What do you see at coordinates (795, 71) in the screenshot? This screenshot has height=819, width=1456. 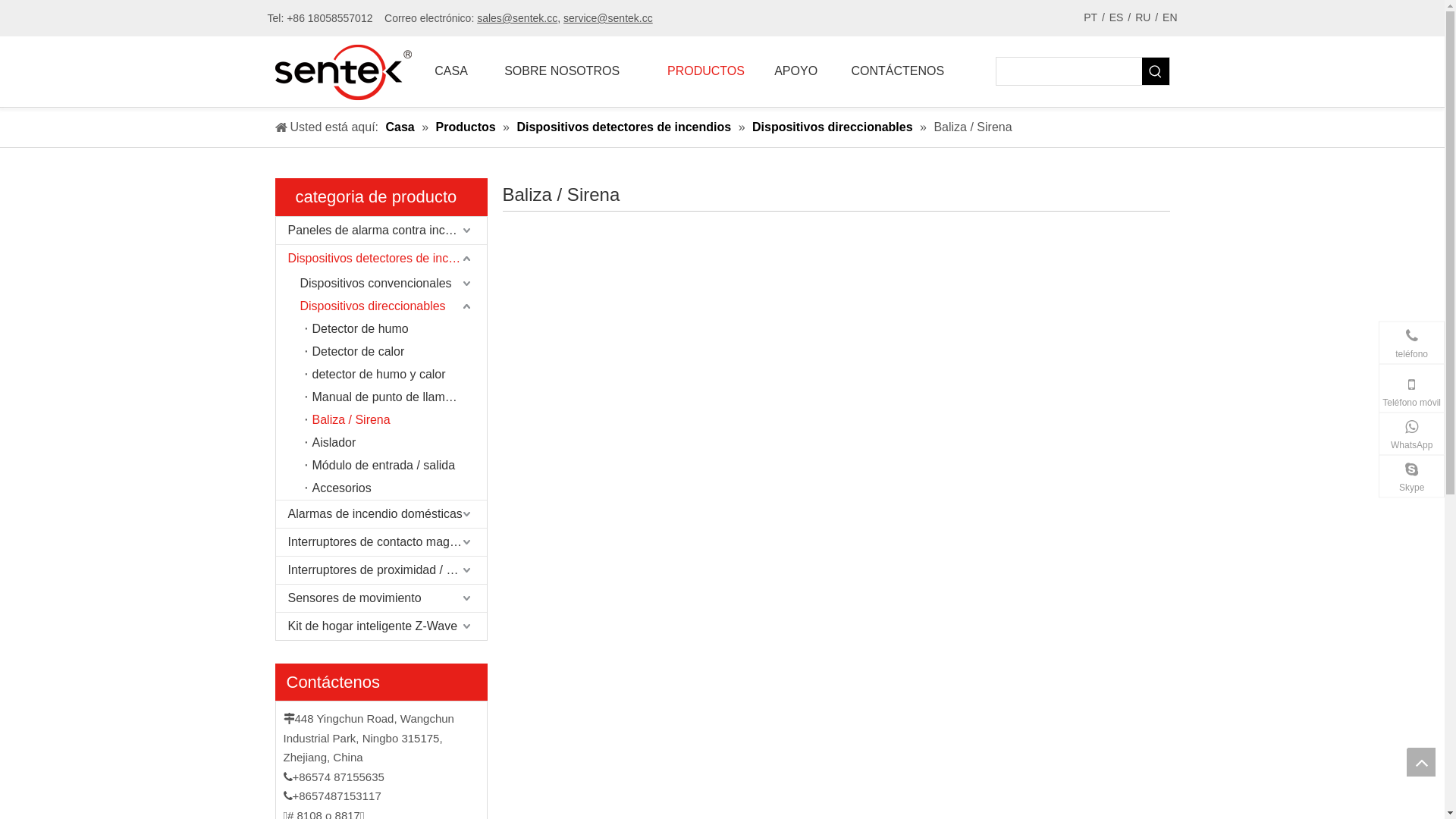 I see `'APOYO'` at bounding box center [795, 71].